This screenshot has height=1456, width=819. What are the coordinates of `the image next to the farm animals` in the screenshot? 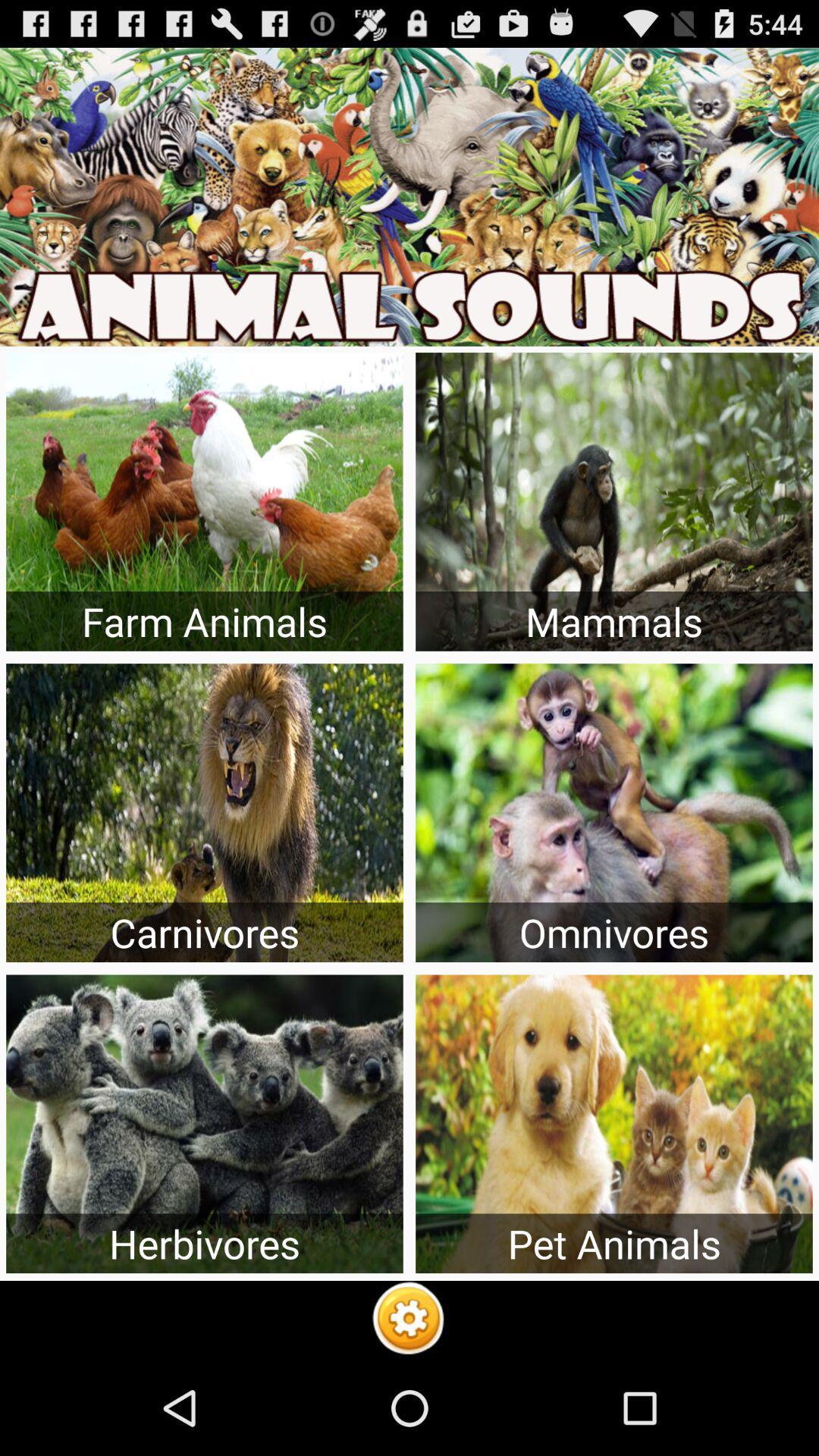 It's located at (614, 502).